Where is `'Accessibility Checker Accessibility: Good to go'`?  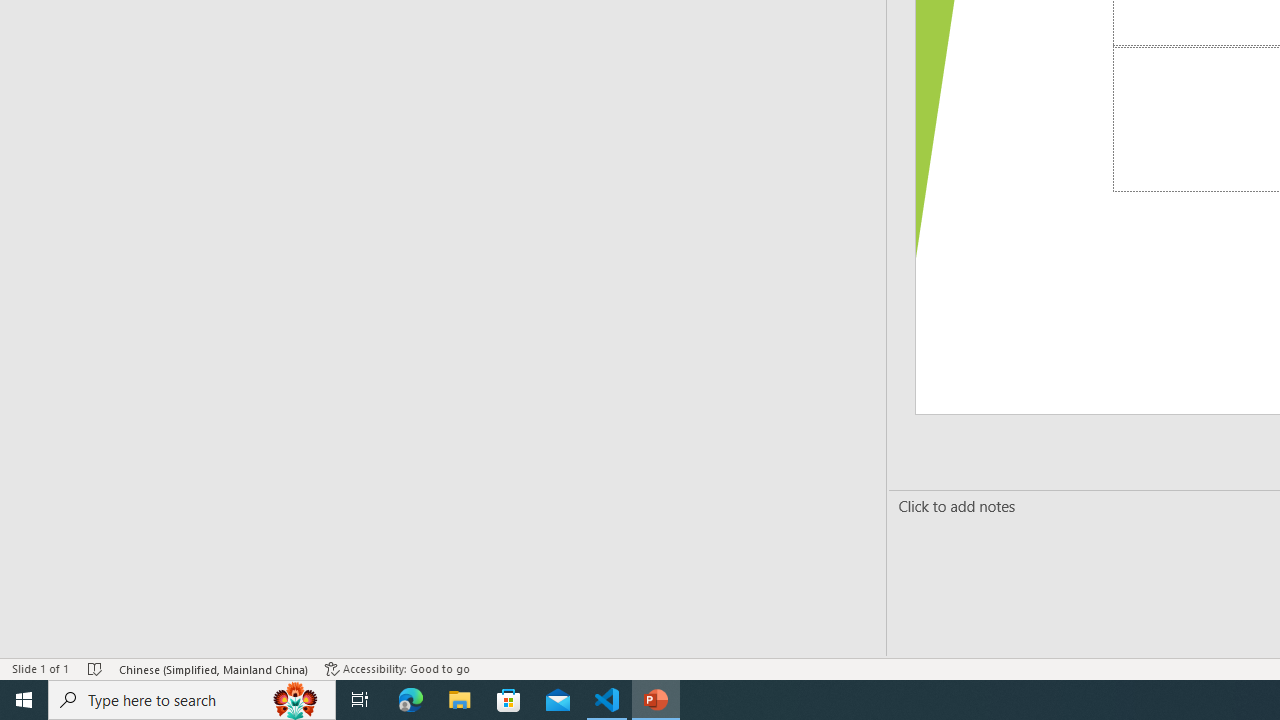
'Accessibility Checker Accessibility: Good to go' is located at coordinates (397, 669).